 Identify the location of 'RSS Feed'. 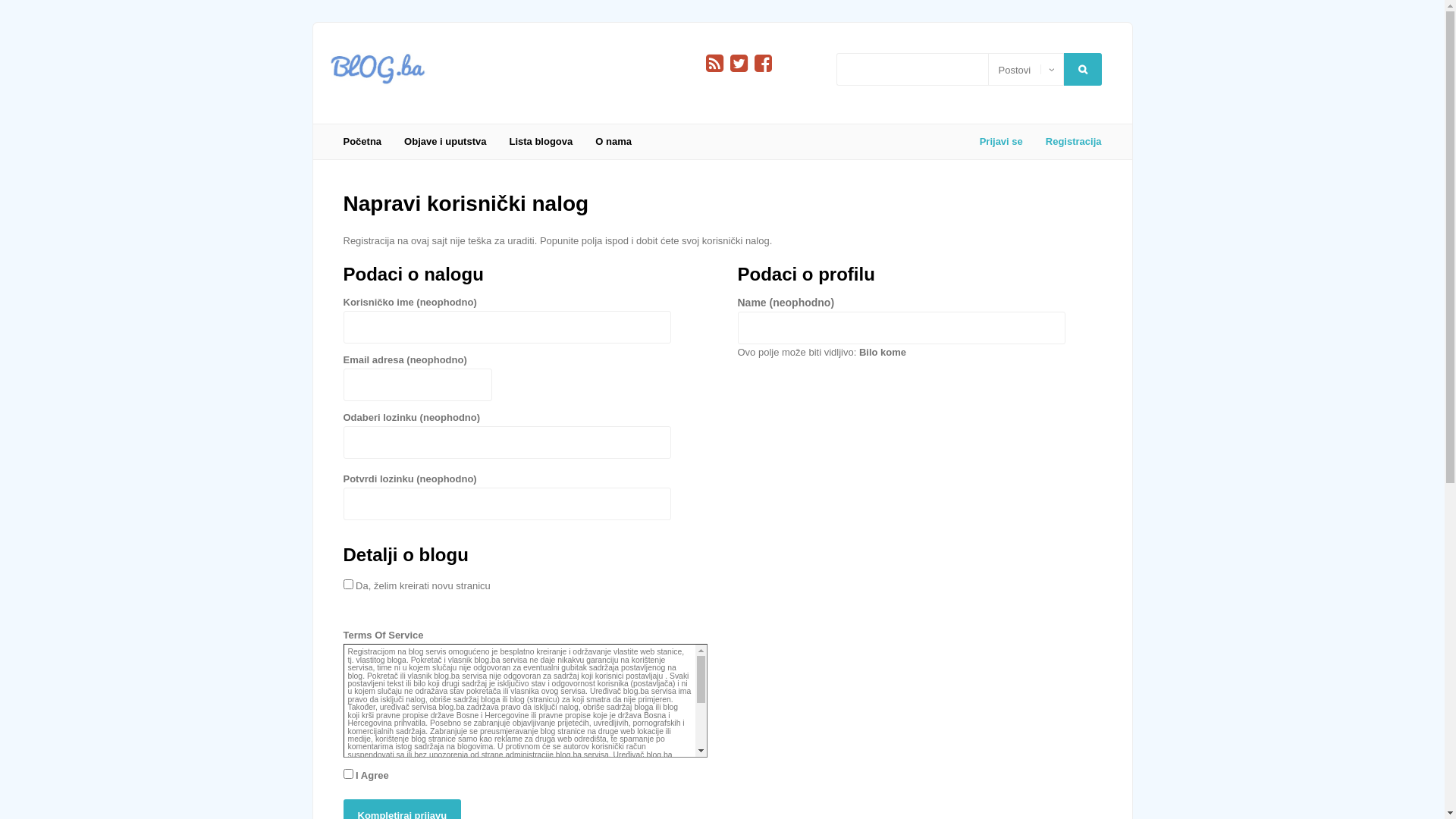
(705, 62).